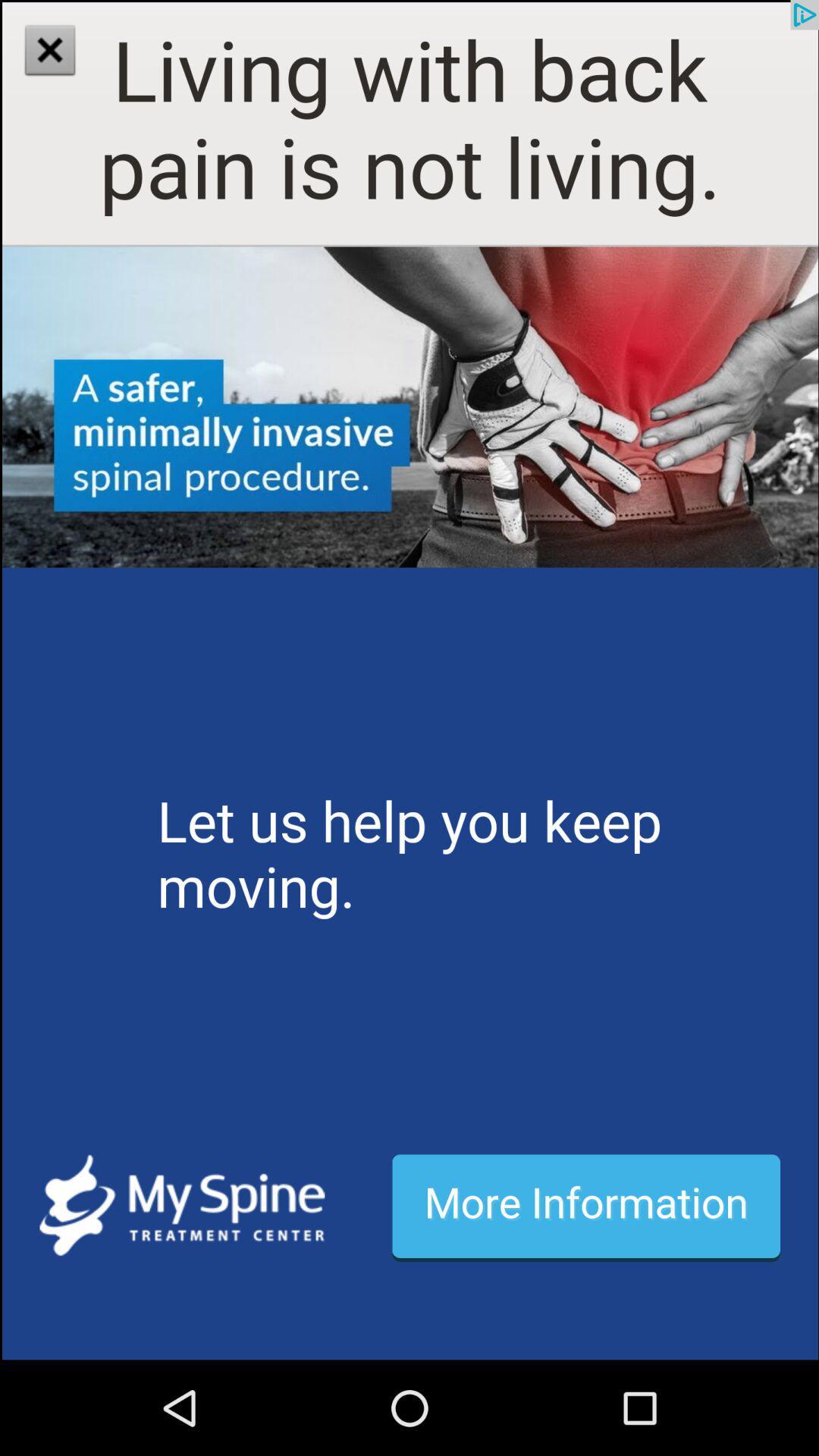 The width and height of the screenshot is (819, 1456). I want to click on the close icon, so click(49, 53).